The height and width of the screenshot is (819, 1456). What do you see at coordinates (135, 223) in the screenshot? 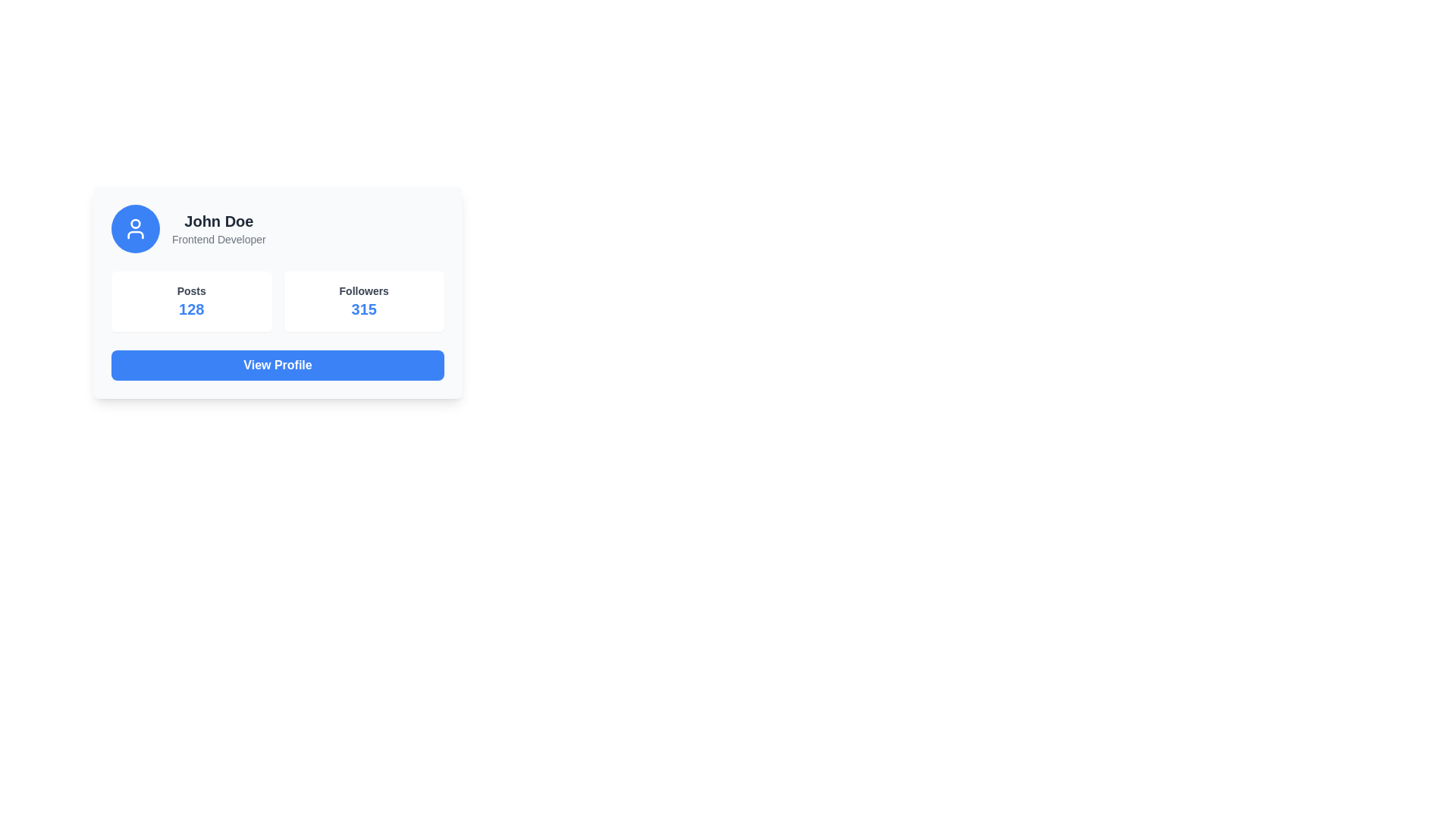
I see `the Circle graphic element located at the center of the user profile avatar, which is to the left of the text 'John Doe' within the profile card` at bounding box center [135, 223].